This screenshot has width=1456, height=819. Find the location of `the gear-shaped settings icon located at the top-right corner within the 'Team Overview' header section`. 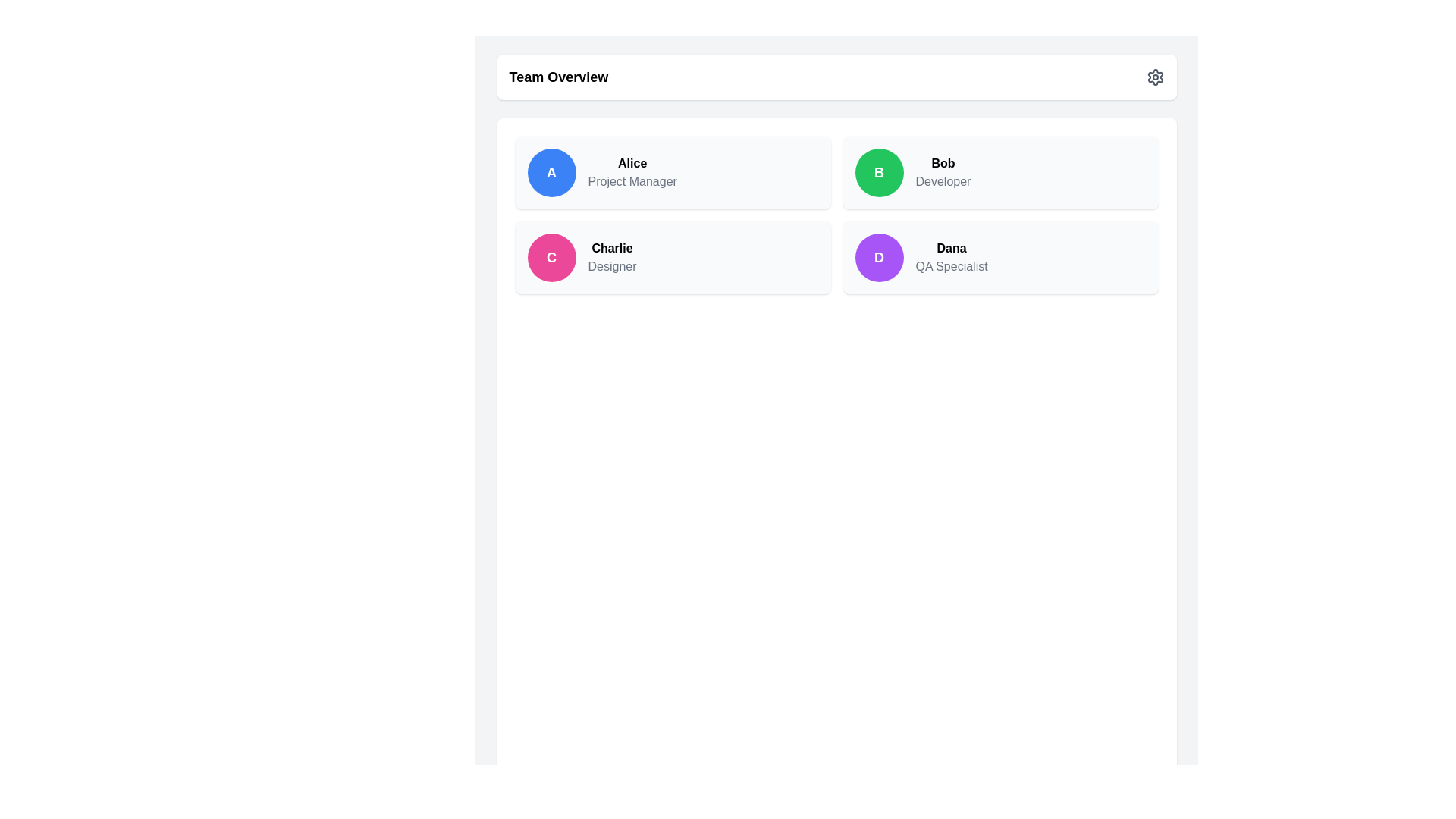

the gear-shaped settings icon located at the top-right corner within the 'Team Overview' header section is located at coordinates (1154, 77).